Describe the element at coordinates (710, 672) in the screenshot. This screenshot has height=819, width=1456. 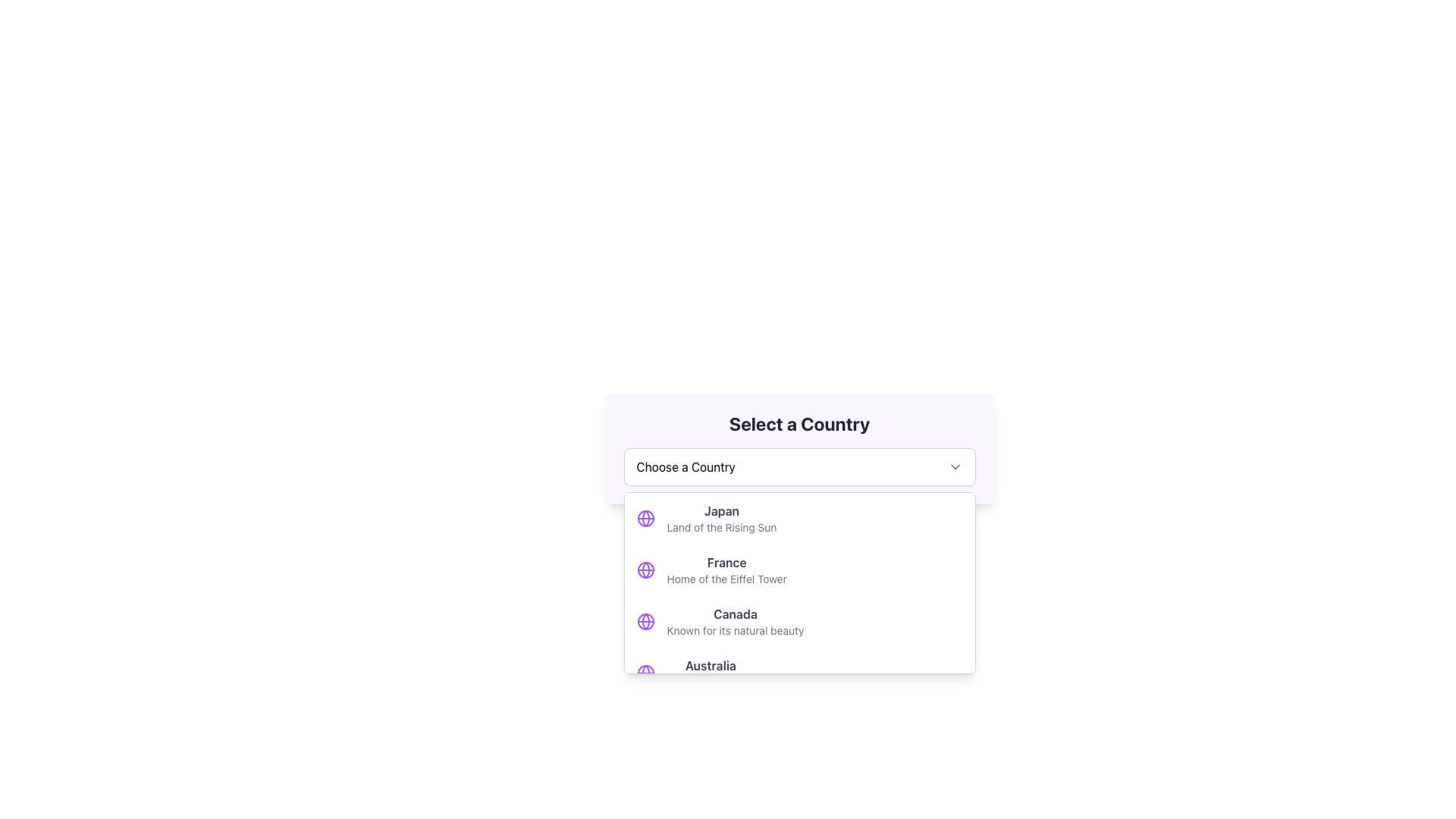
I see `the dropdown menu item displaying 'Australia' in bold, located at the bottom of the country options list under 'Select a Country.'` at that location.